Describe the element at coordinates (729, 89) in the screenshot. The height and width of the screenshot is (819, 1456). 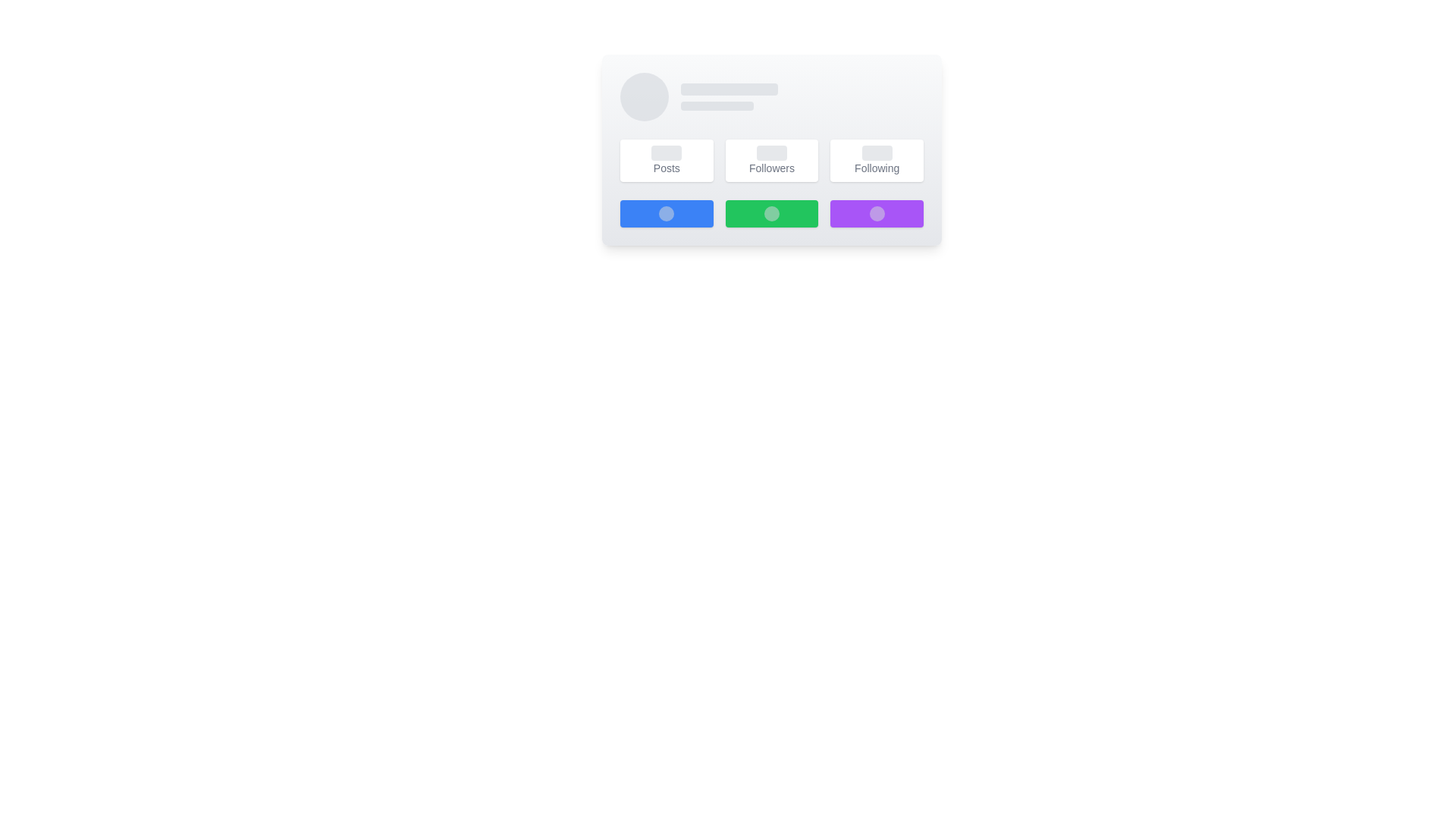
I see `the first placeholder bar, which serves as a loading indicator within a card layout, positioned above another similar placeholder bar` at that location.